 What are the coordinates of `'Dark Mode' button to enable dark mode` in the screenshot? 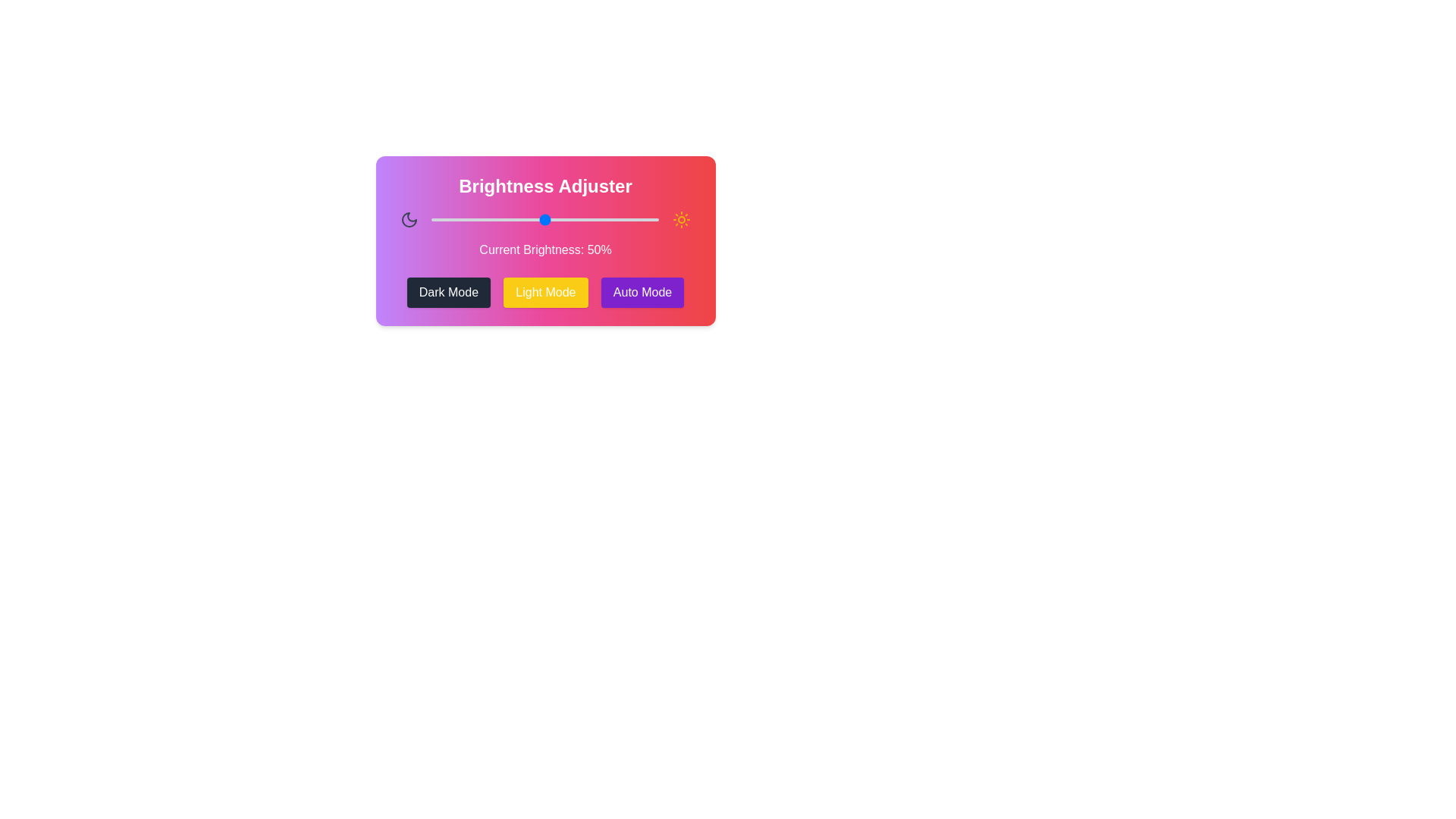 It's located at (447, 292).